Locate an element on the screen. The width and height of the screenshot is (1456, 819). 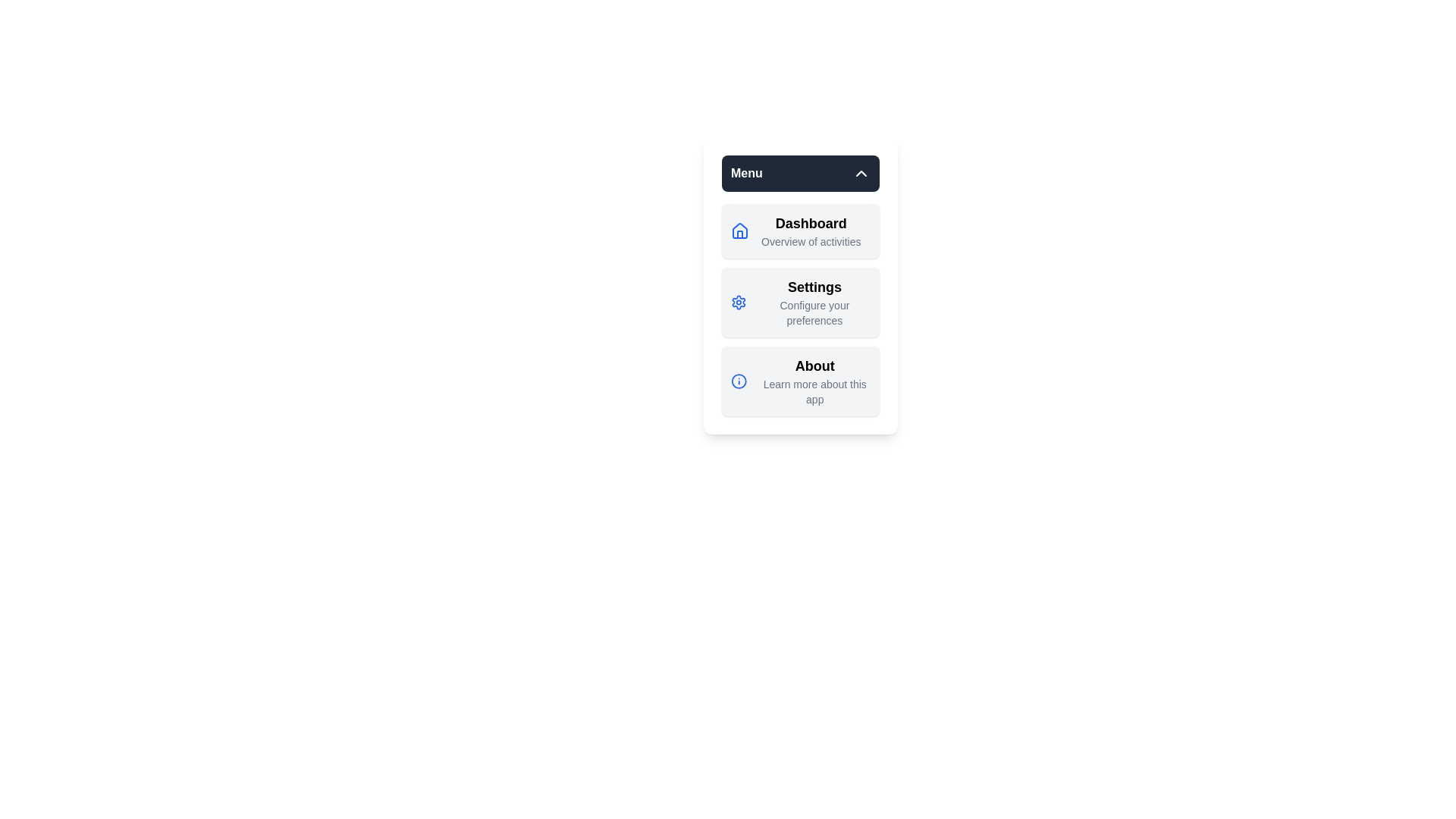
the 'About' menu item is located at coordinates (800, 380).